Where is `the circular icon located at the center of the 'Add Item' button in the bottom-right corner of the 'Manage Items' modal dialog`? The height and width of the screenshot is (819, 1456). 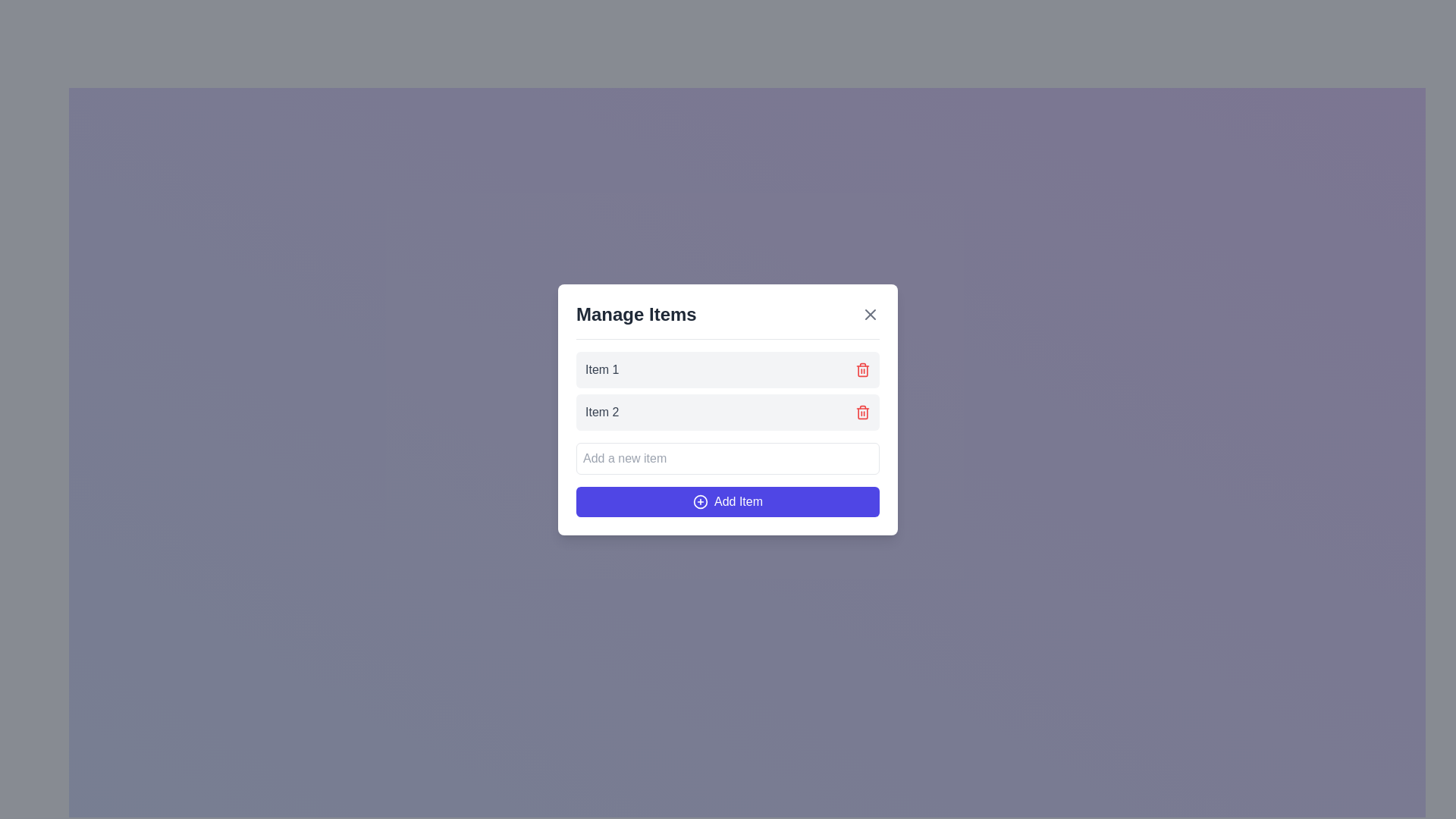 the circular icon located at the center of the 'Add Item' button in the bottom-right corner of the 'Manage Items' modal dialog is located at coordinates (699, 501).